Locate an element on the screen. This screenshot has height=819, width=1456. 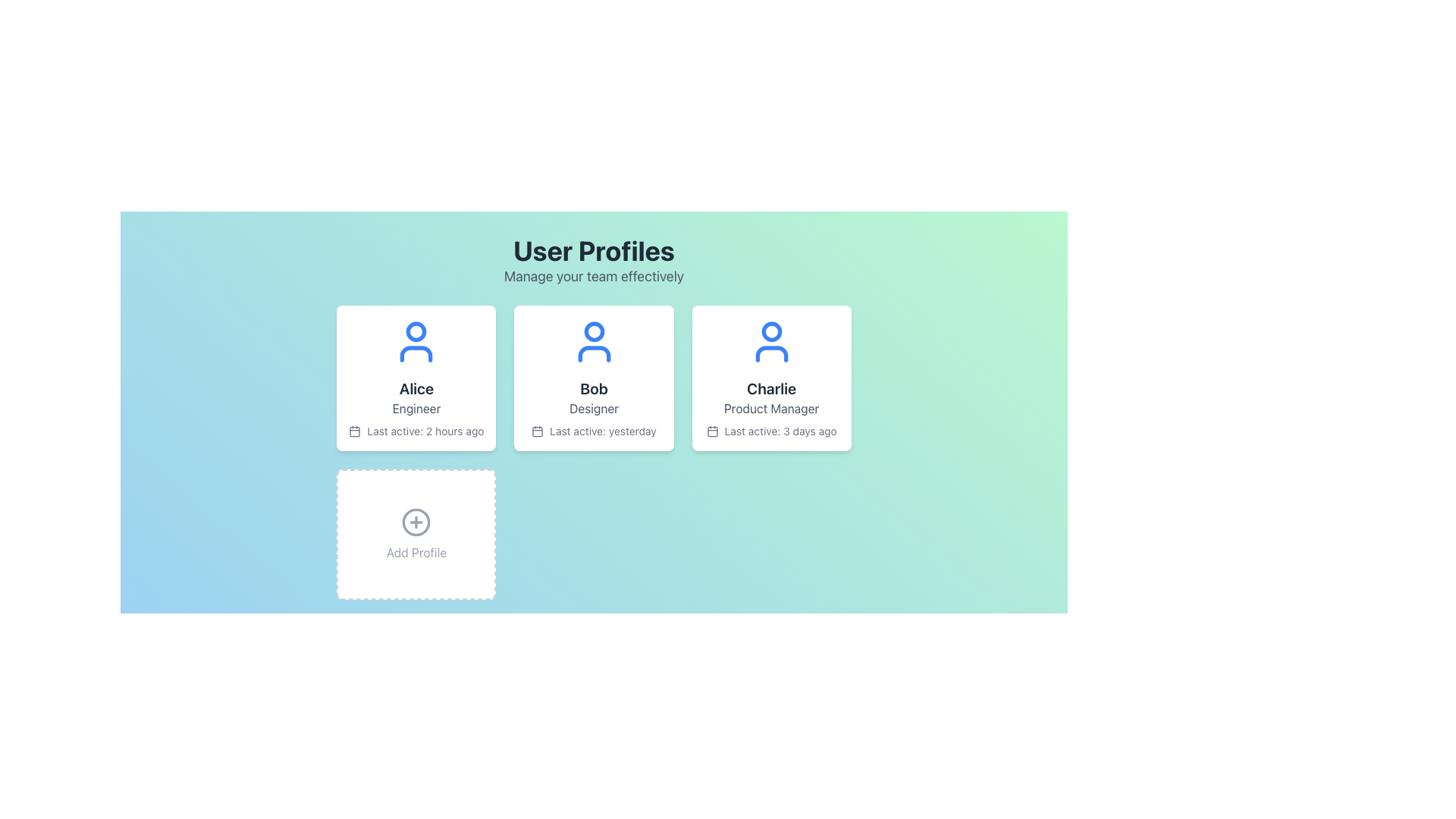
the Text Label displaying the user's name 'Alice' within the user profile card, which is the first card in a row of three cards is located at coordinates (416, 388).